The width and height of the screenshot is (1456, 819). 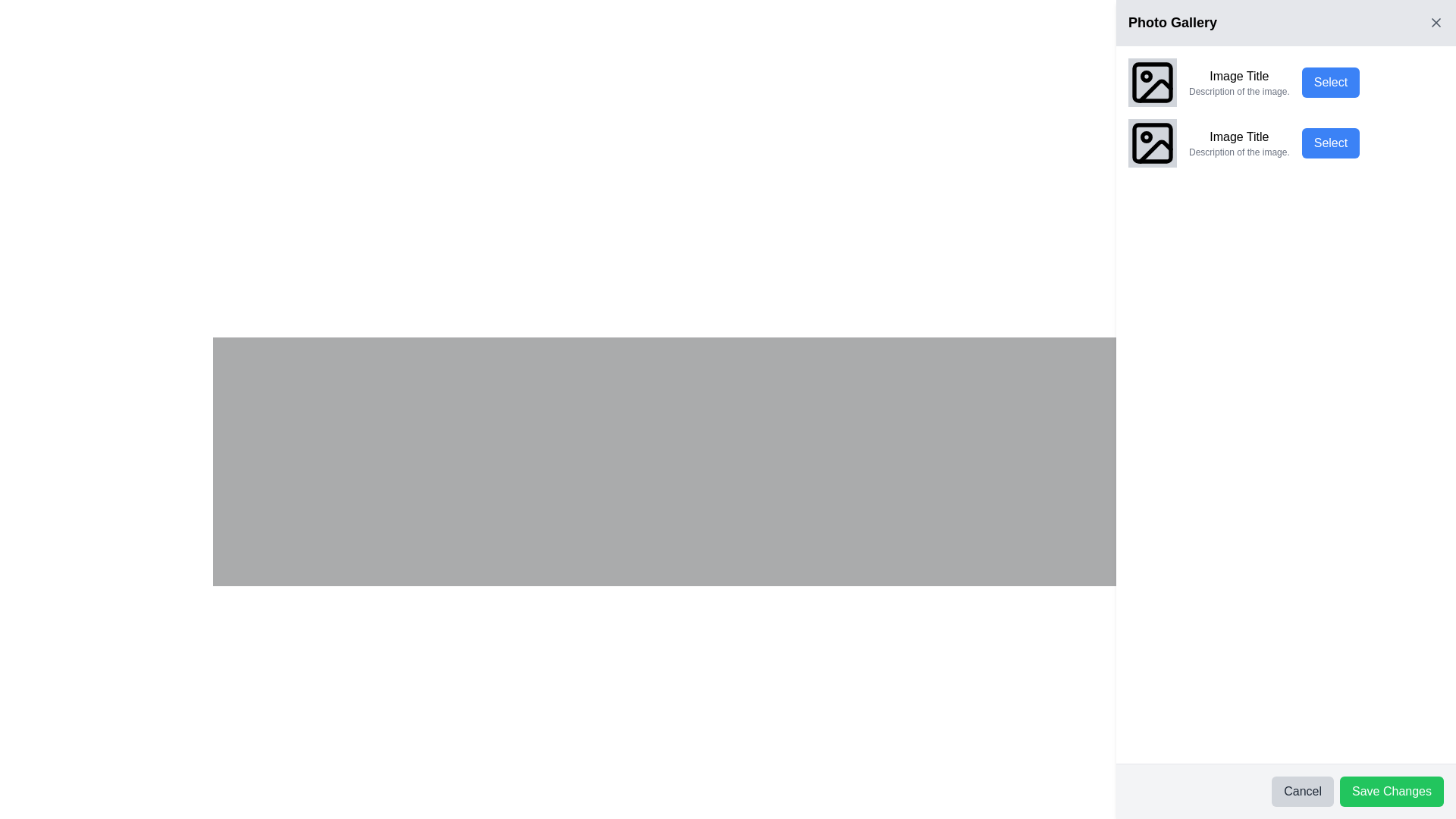 I want to click on text content of the small gray text label containing 'Description of the image.', located underneath the 'Image Title' text, so click(x=1239, y=91).